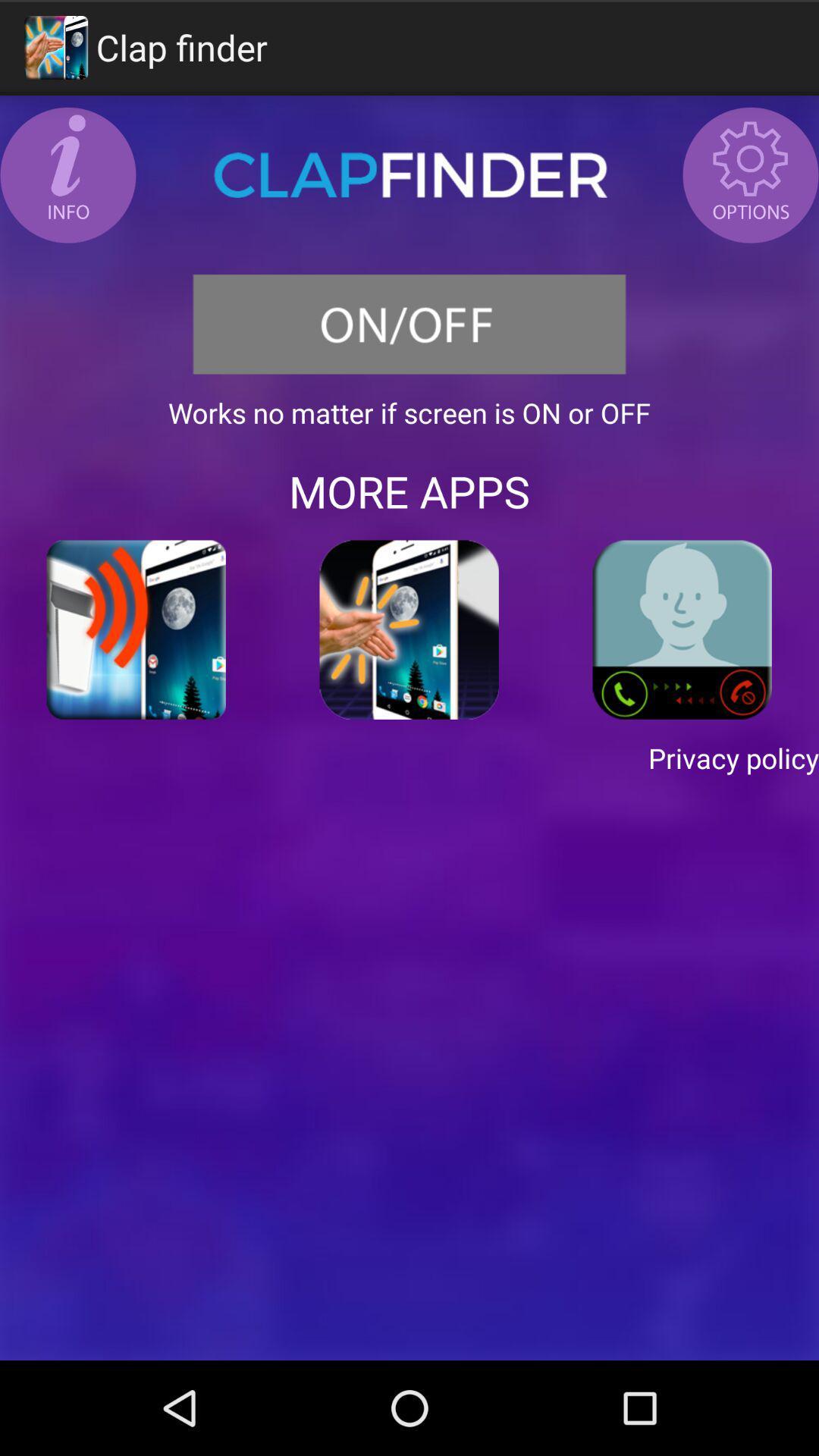 Image resolution: width=819 pixels, height=1456 pixels. I want to click on open options menu, so click(751, 174).